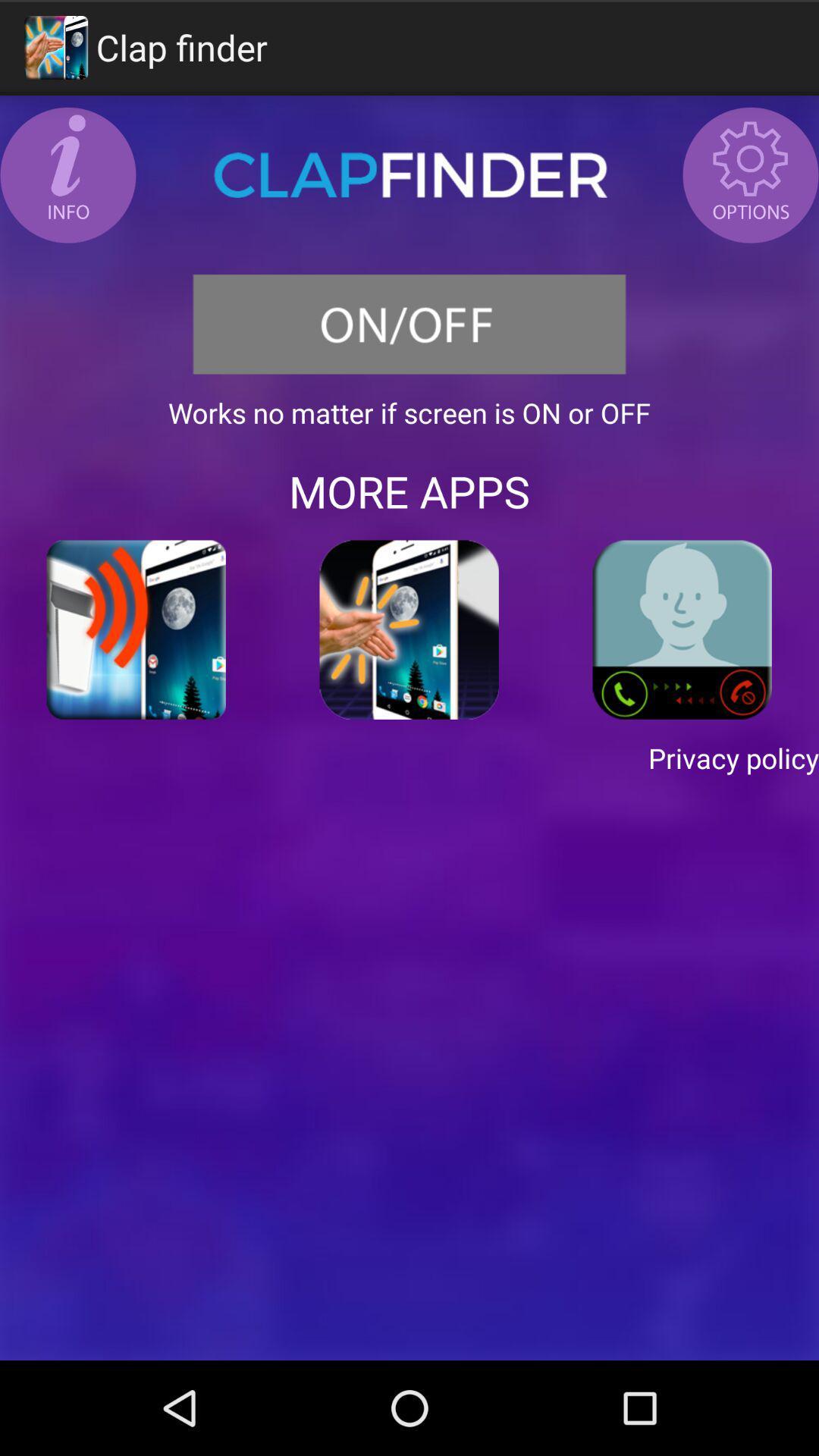 Image resolution: width=819 pixels, height=1456 pixels. I want to click on open options menu, so click(751, 174).